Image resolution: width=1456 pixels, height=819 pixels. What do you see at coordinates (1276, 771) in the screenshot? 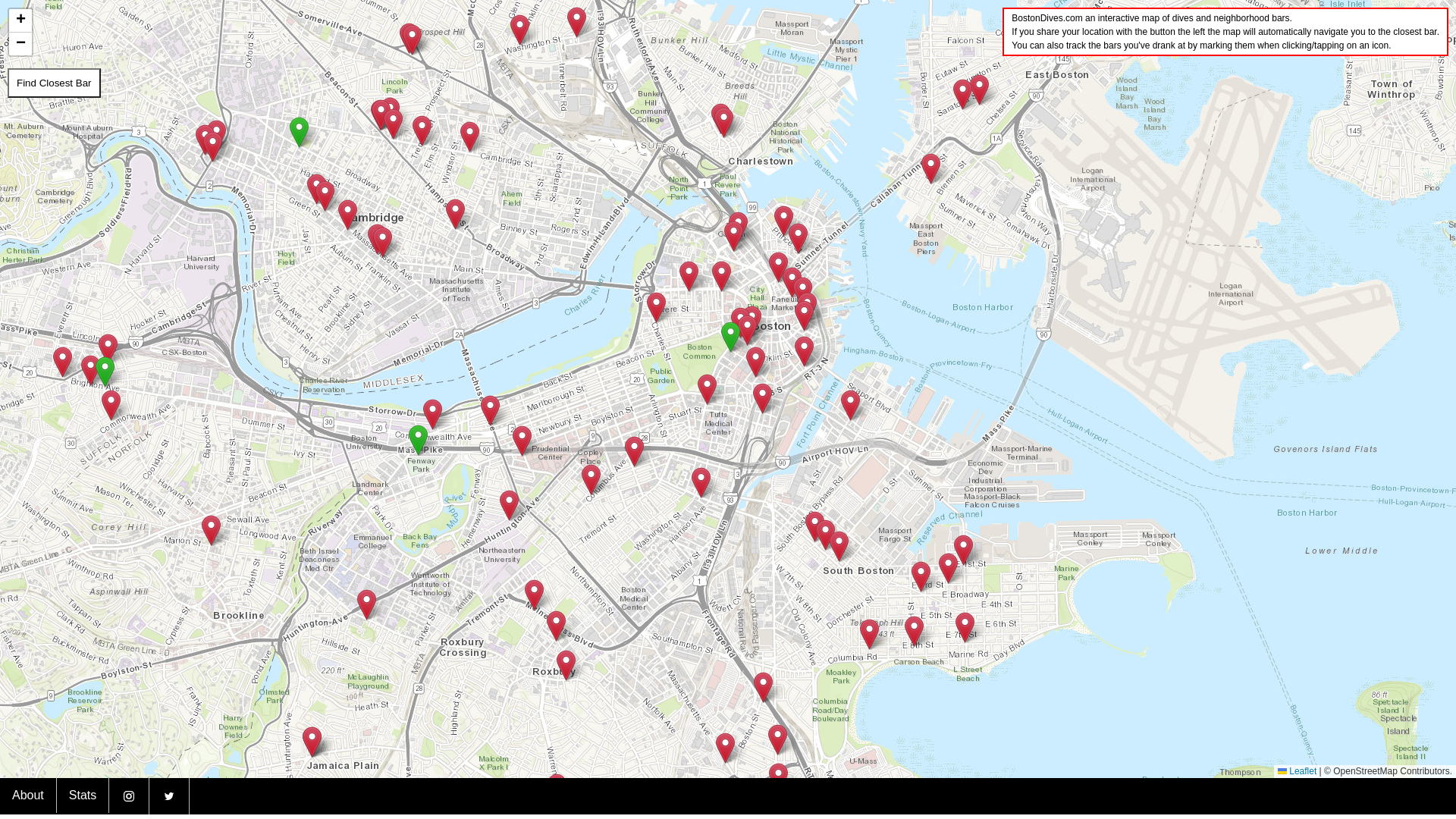
I see `'Leaflet'` at bounding box center [1276, 771].